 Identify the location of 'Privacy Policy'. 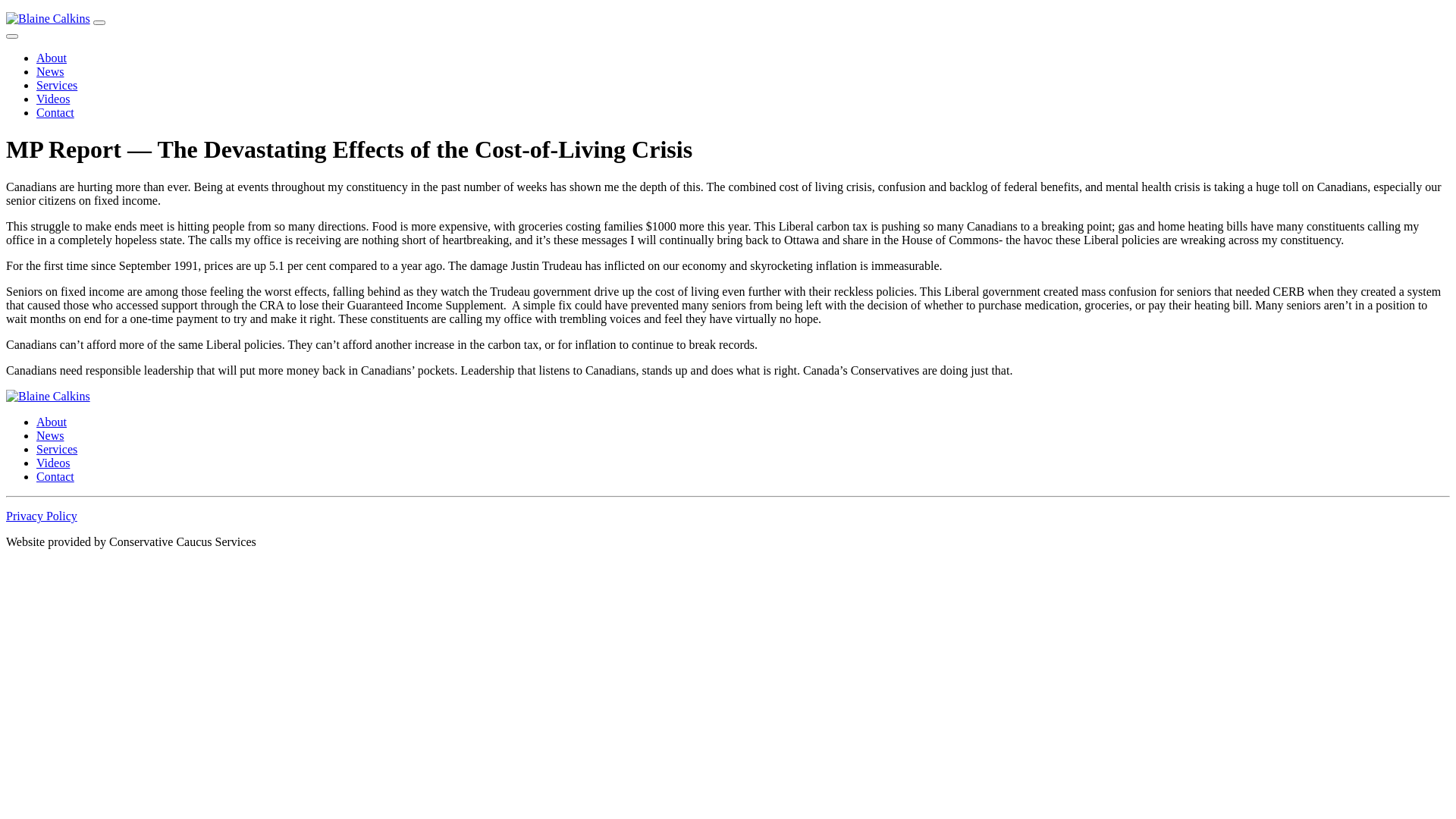
(41, 515).